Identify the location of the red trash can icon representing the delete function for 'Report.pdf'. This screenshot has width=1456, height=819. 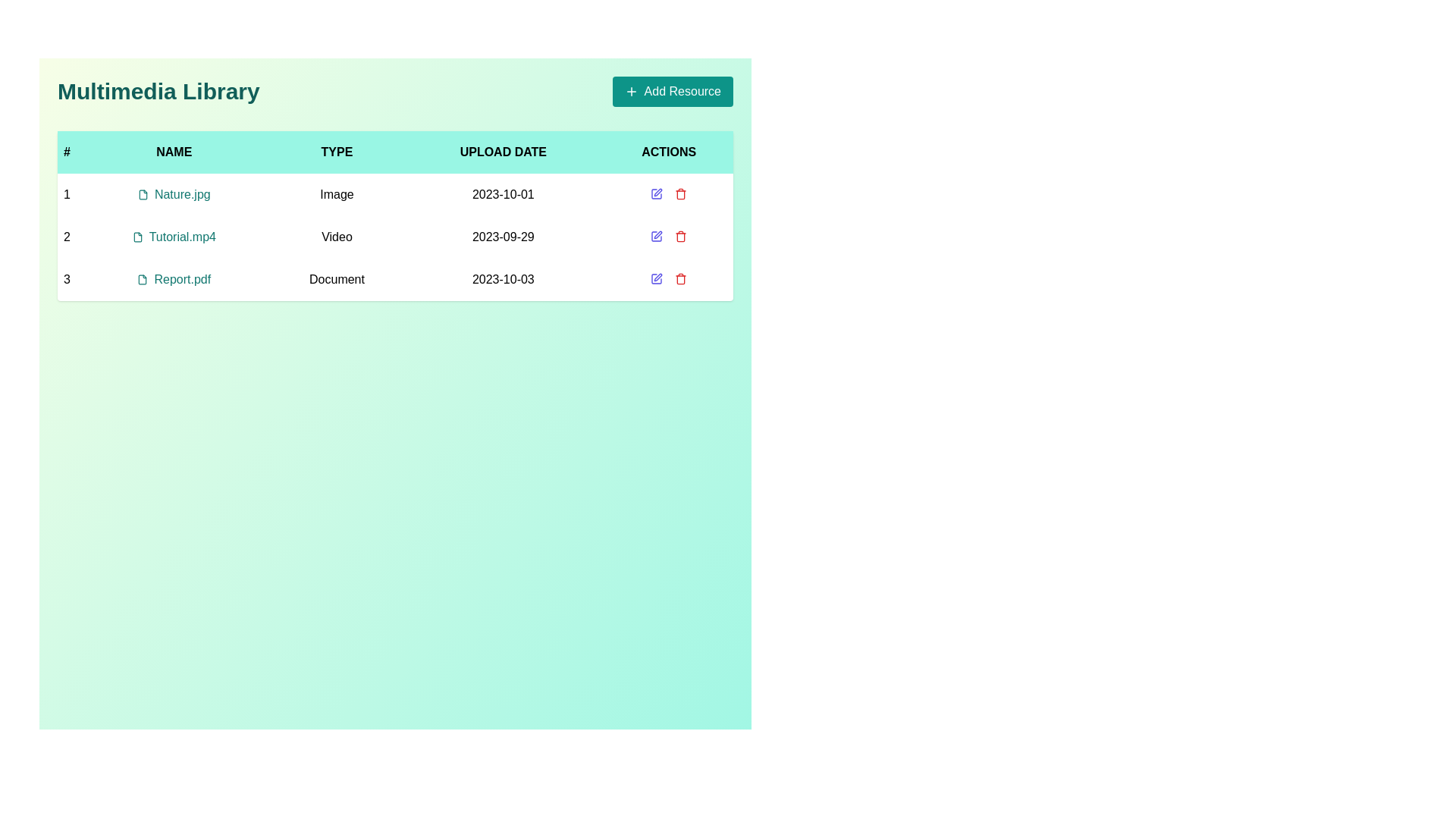
(680, 278).